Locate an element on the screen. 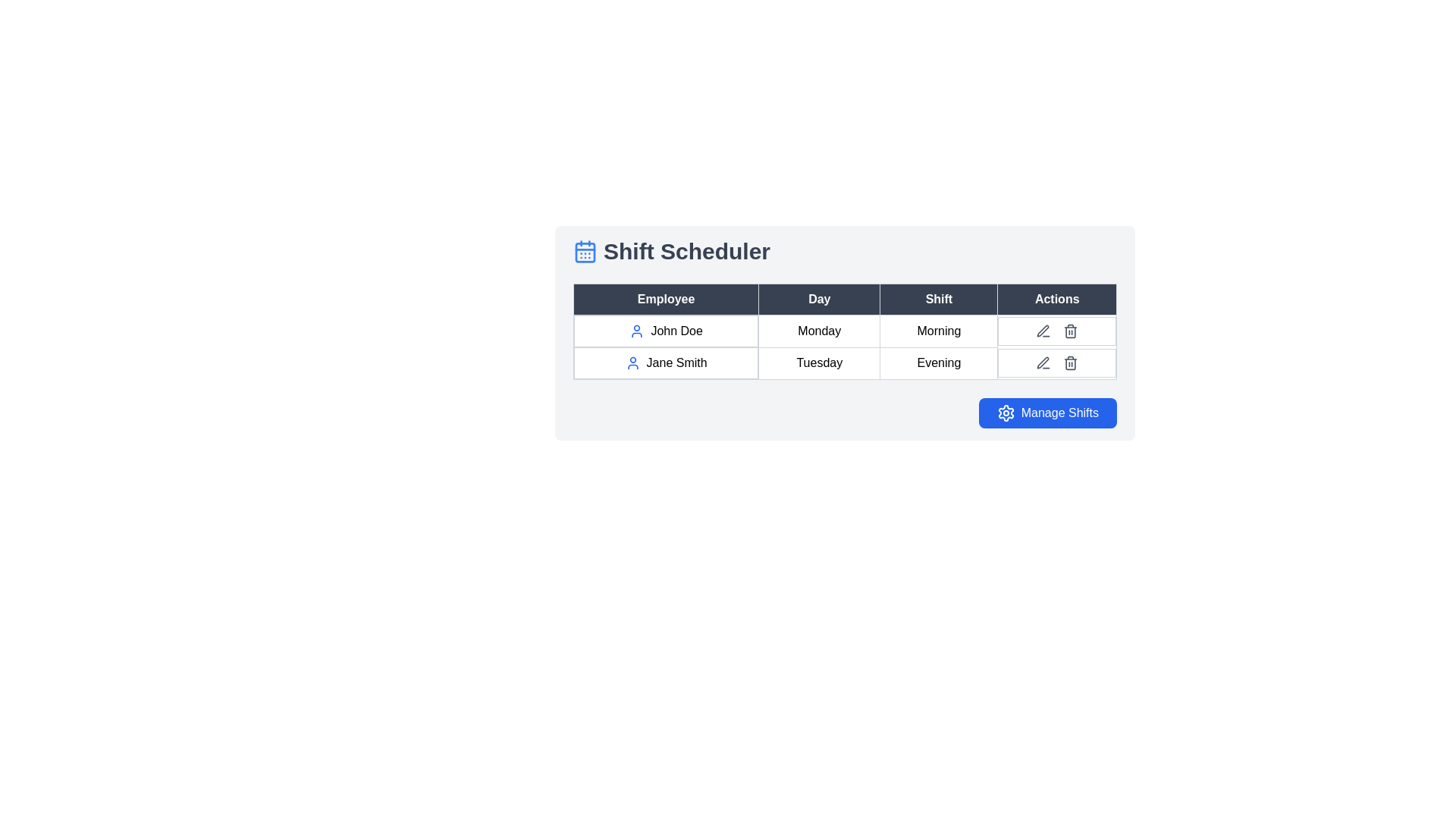  the first data row in the shift schedule table, which specifies the employee's name as 'John Doe', workday as 'Monday', and shift as 'Morning' is located at coordinates (844, 330).